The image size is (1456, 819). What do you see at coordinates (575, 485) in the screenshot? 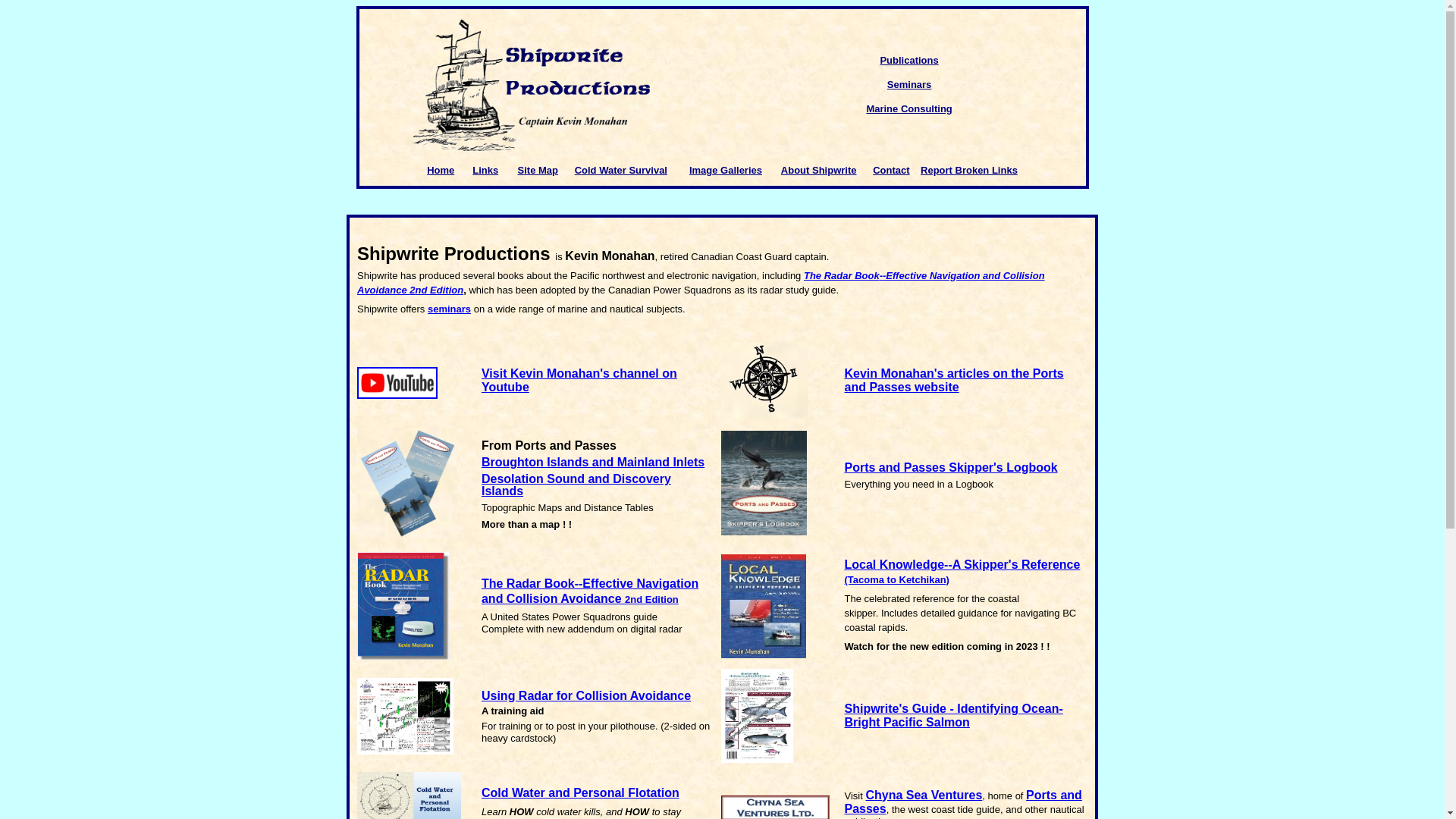
I see `'Desolation Sound and Discovery Islands'` at bounding box center [575, 485].